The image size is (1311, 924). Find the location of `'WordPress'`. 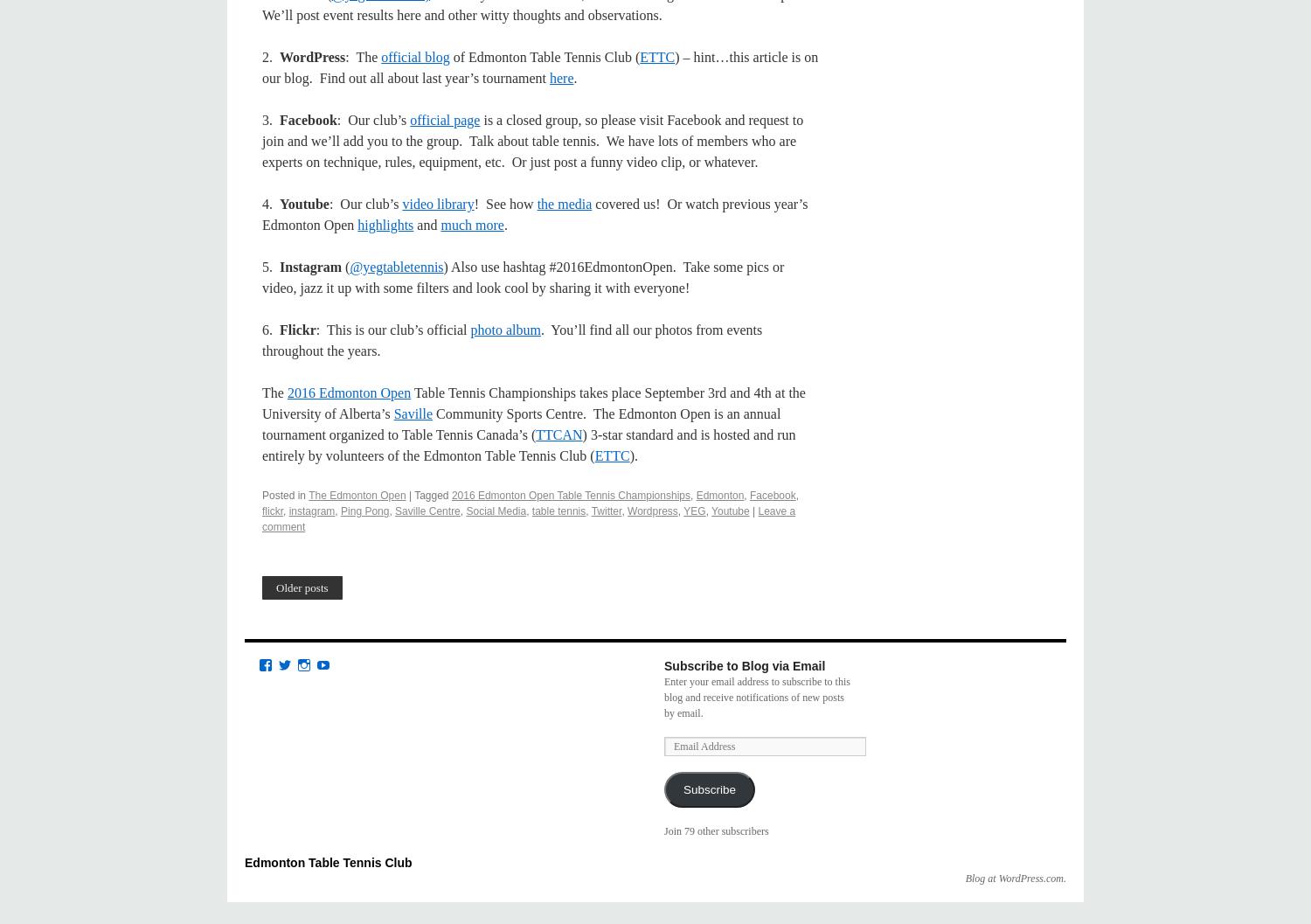

'WordPress' is located at coordinates (311, 57).